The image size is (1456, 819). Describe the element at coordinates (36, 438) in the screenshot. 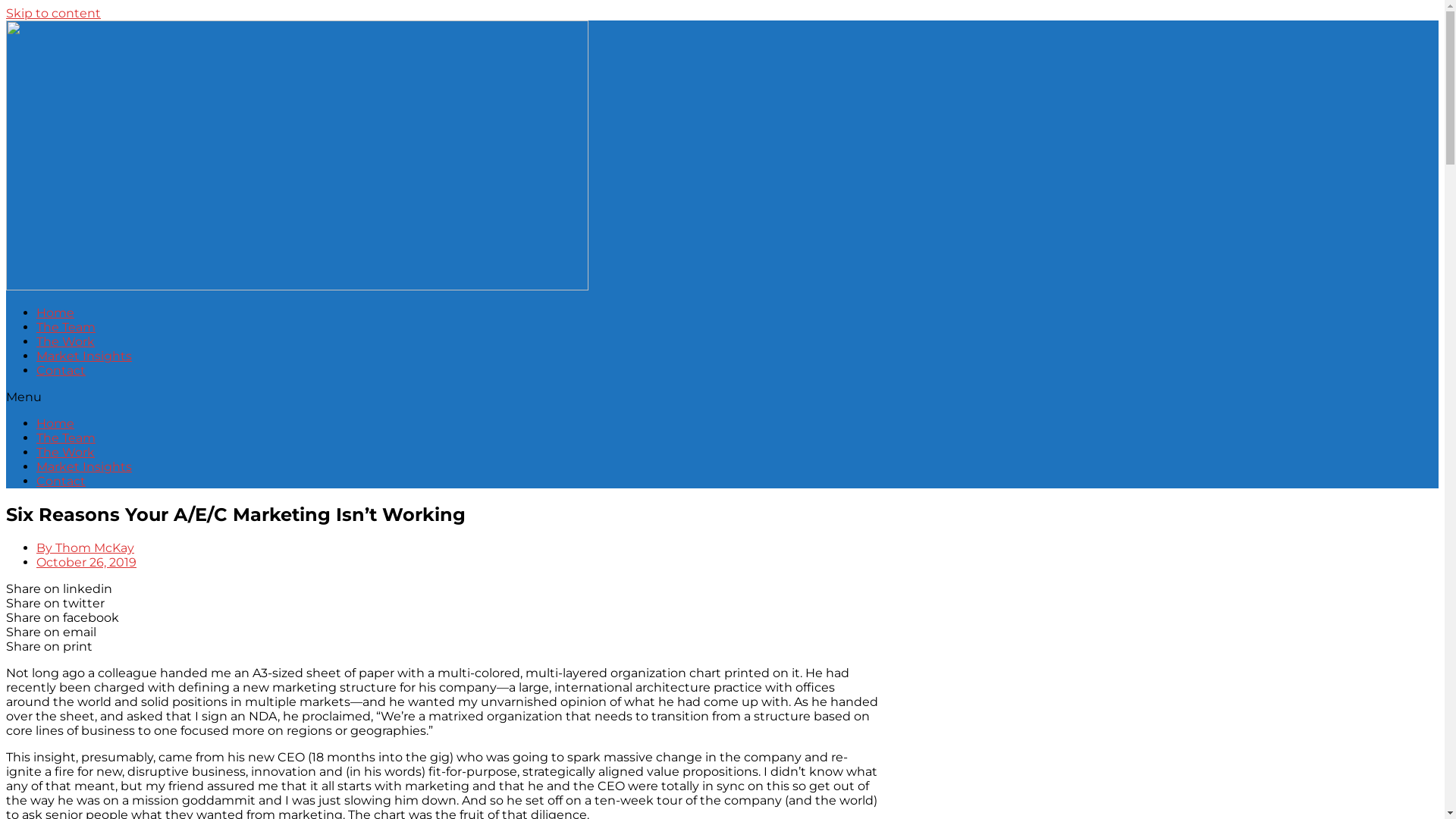

I see `'The Team'` at that location.